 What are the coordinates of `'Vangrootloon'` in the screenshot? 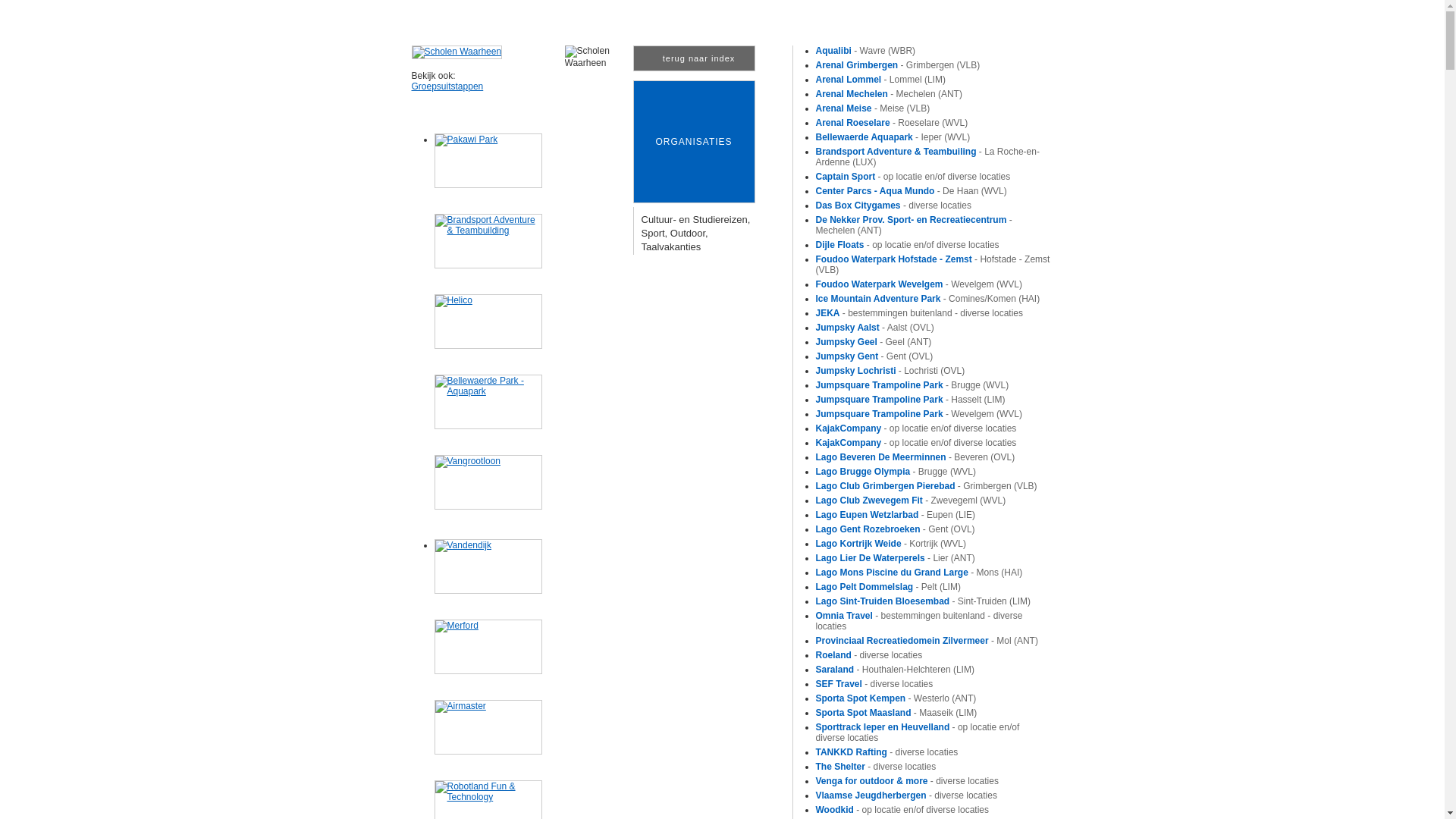 It's located at (488, 482).